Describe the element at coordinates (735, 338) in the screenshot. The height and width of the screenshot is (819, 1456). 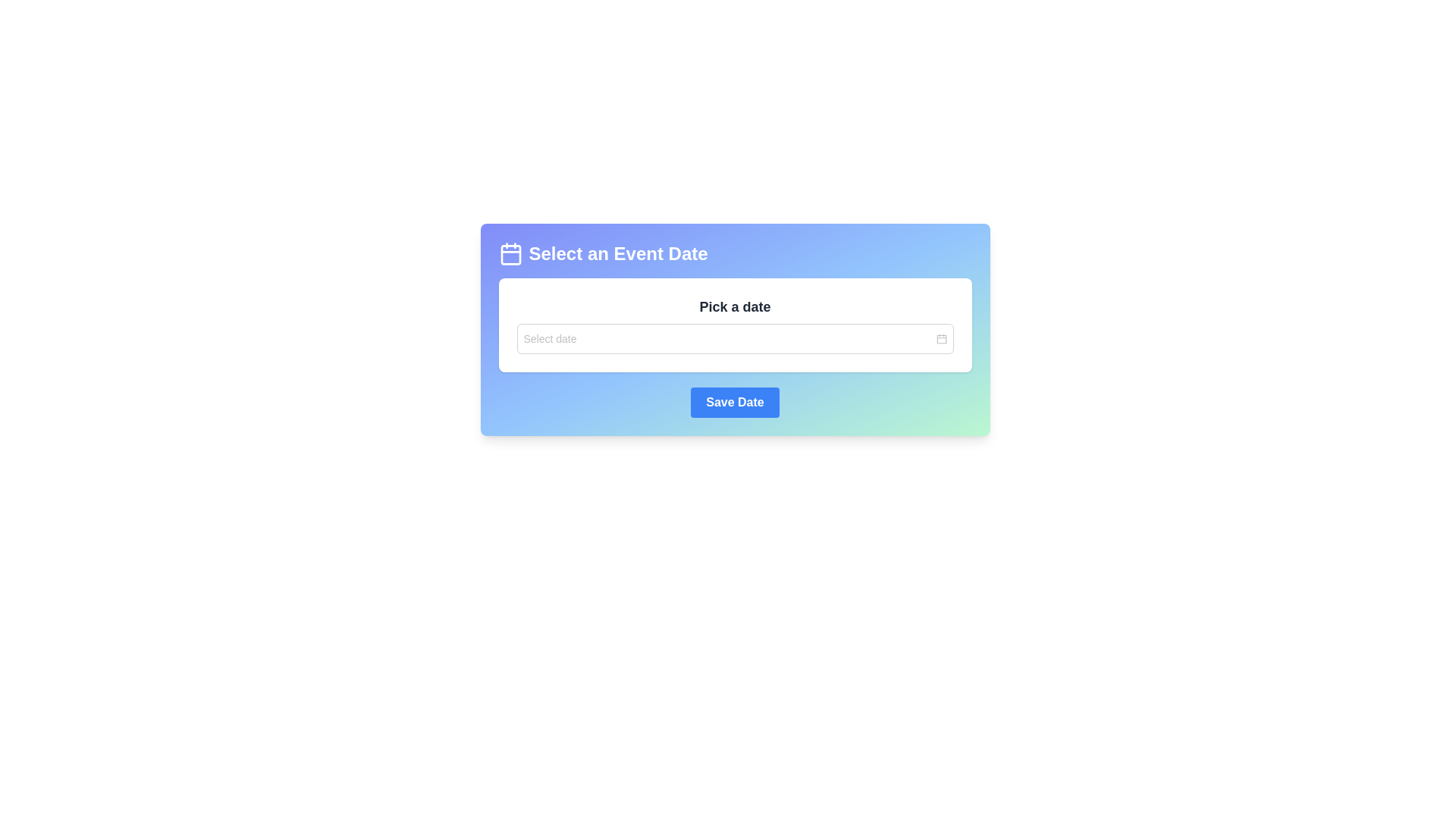
I see `the Input Field (Date Picker) labeled 'Pick a date'` at that location.